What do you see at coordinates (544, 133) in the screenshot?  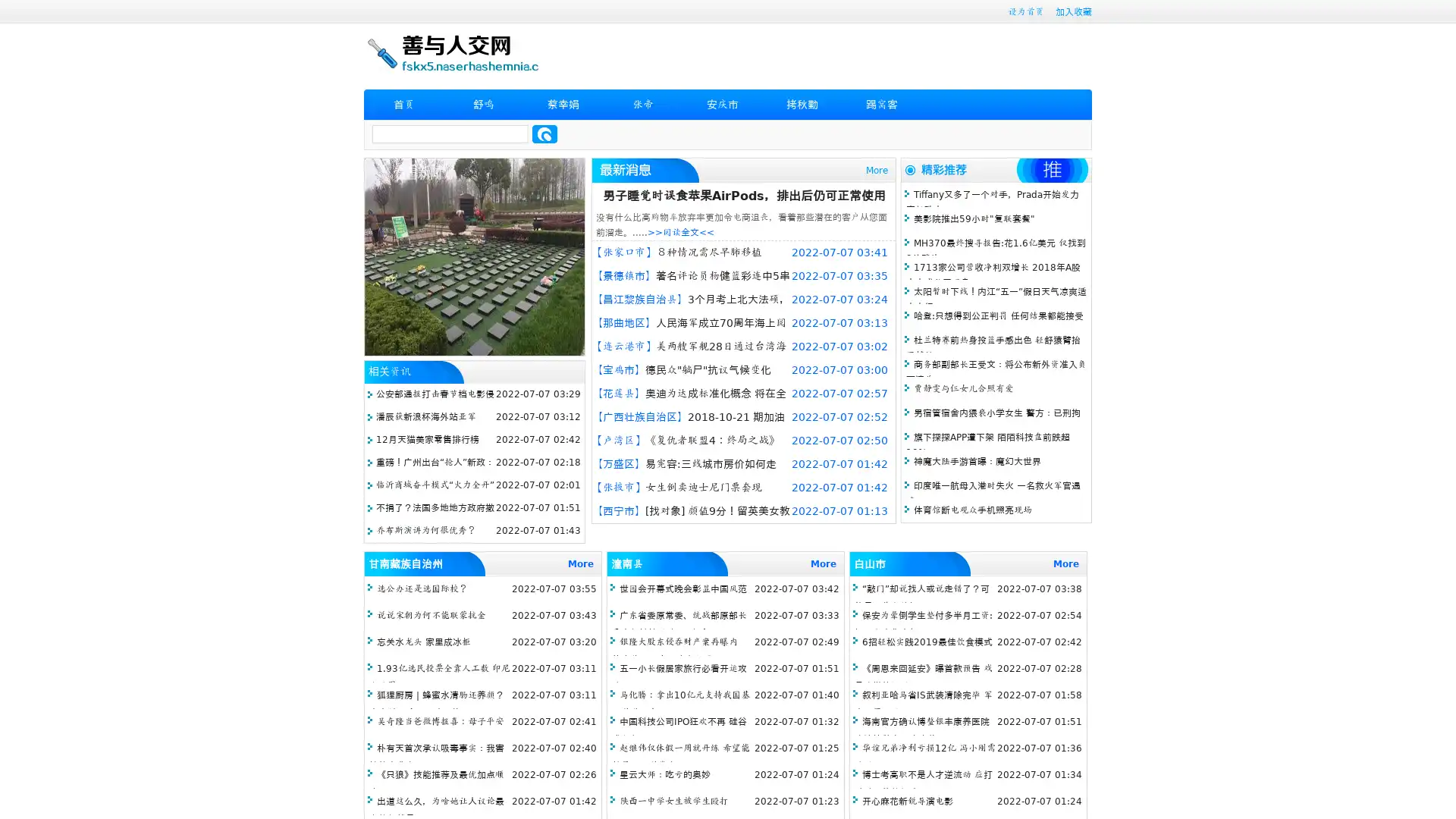 I see `Search` at bounding box center [544, 133].